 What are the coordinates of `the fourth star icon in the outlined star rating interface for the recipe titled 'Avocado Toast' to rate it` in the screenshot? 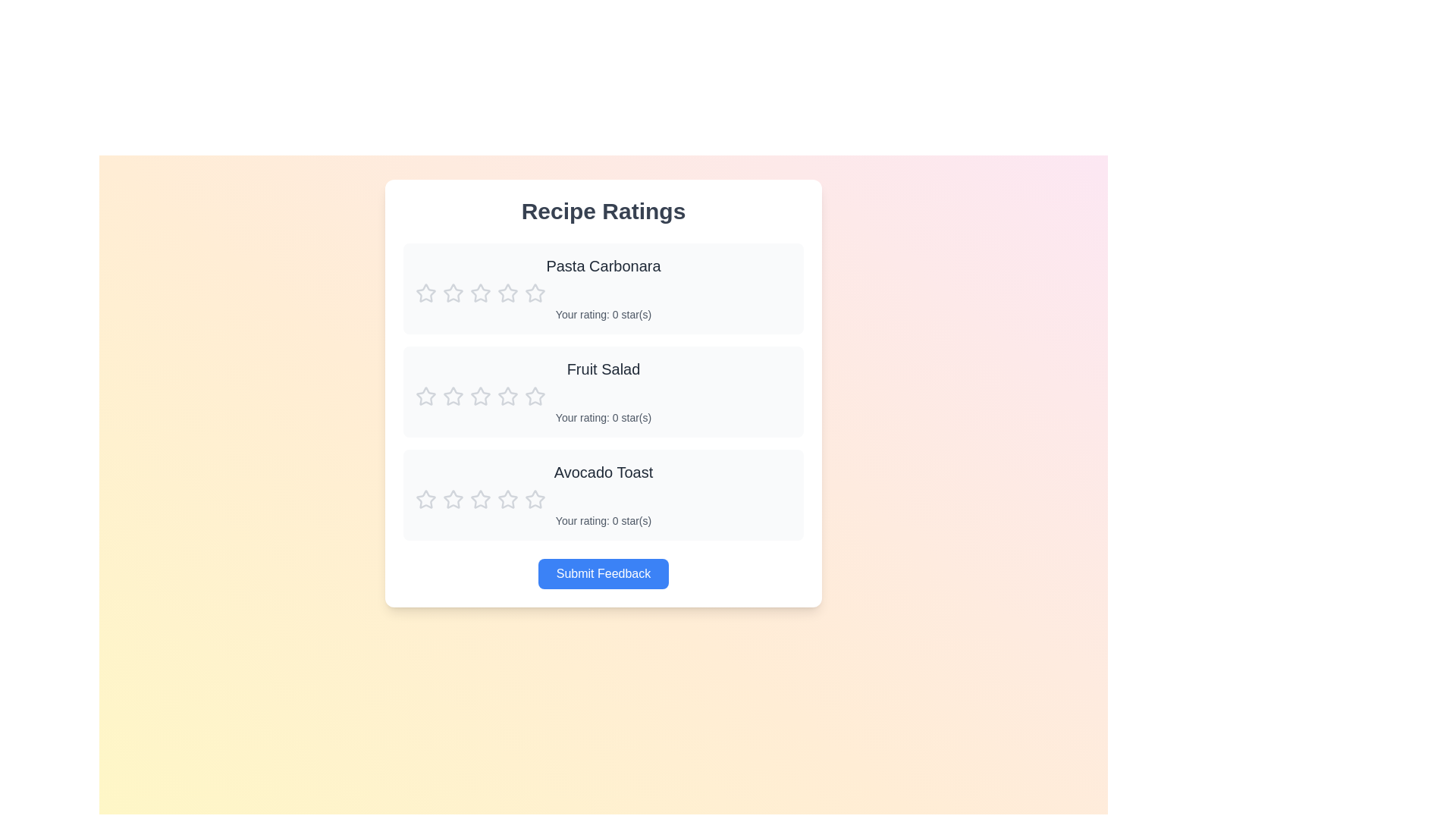 It's located at (479, 500).